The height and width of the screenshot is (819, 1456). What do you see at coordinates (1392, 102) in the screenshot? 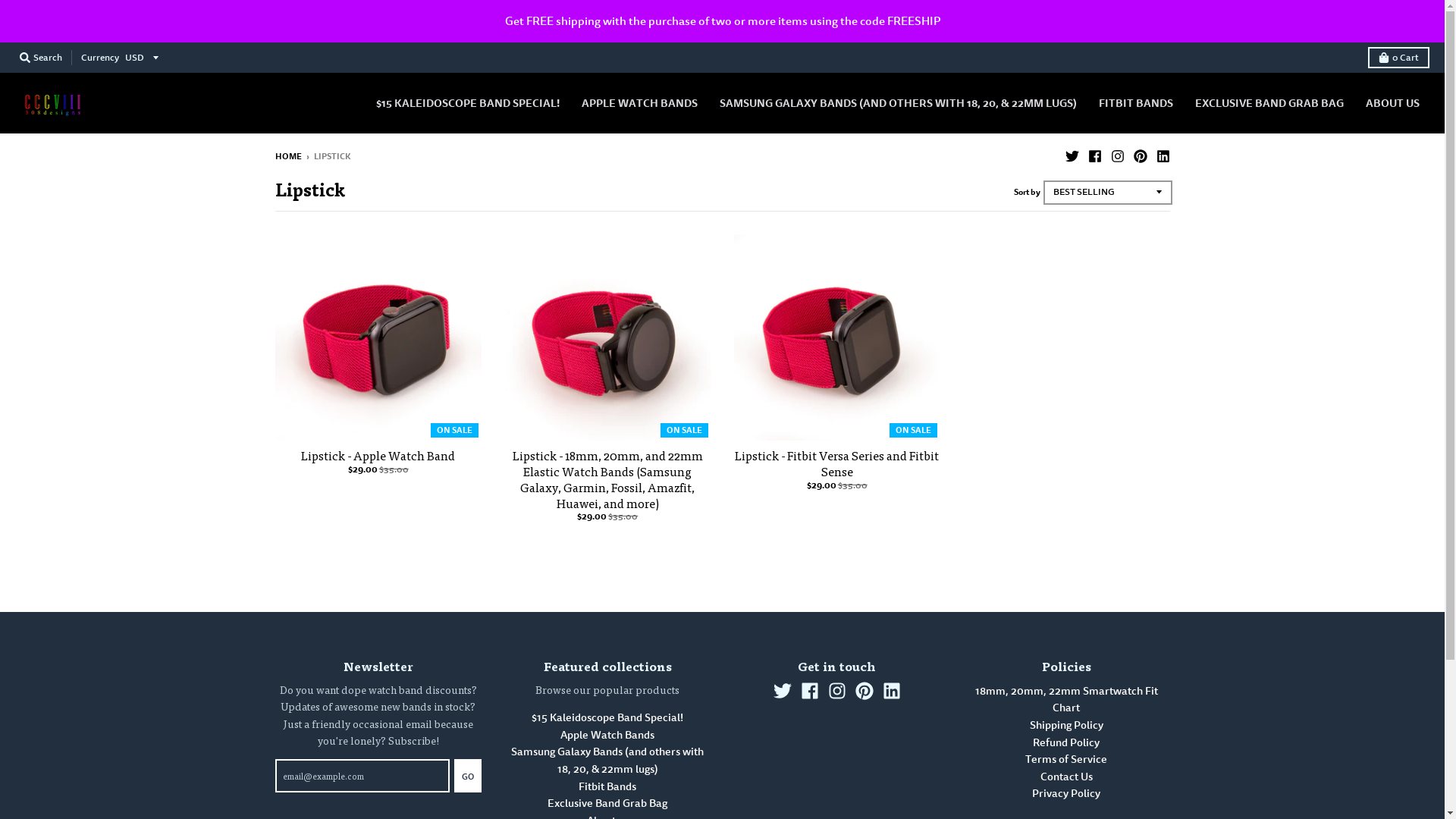
I see `'ABOUT US'` at bounding box center [1392, 102].